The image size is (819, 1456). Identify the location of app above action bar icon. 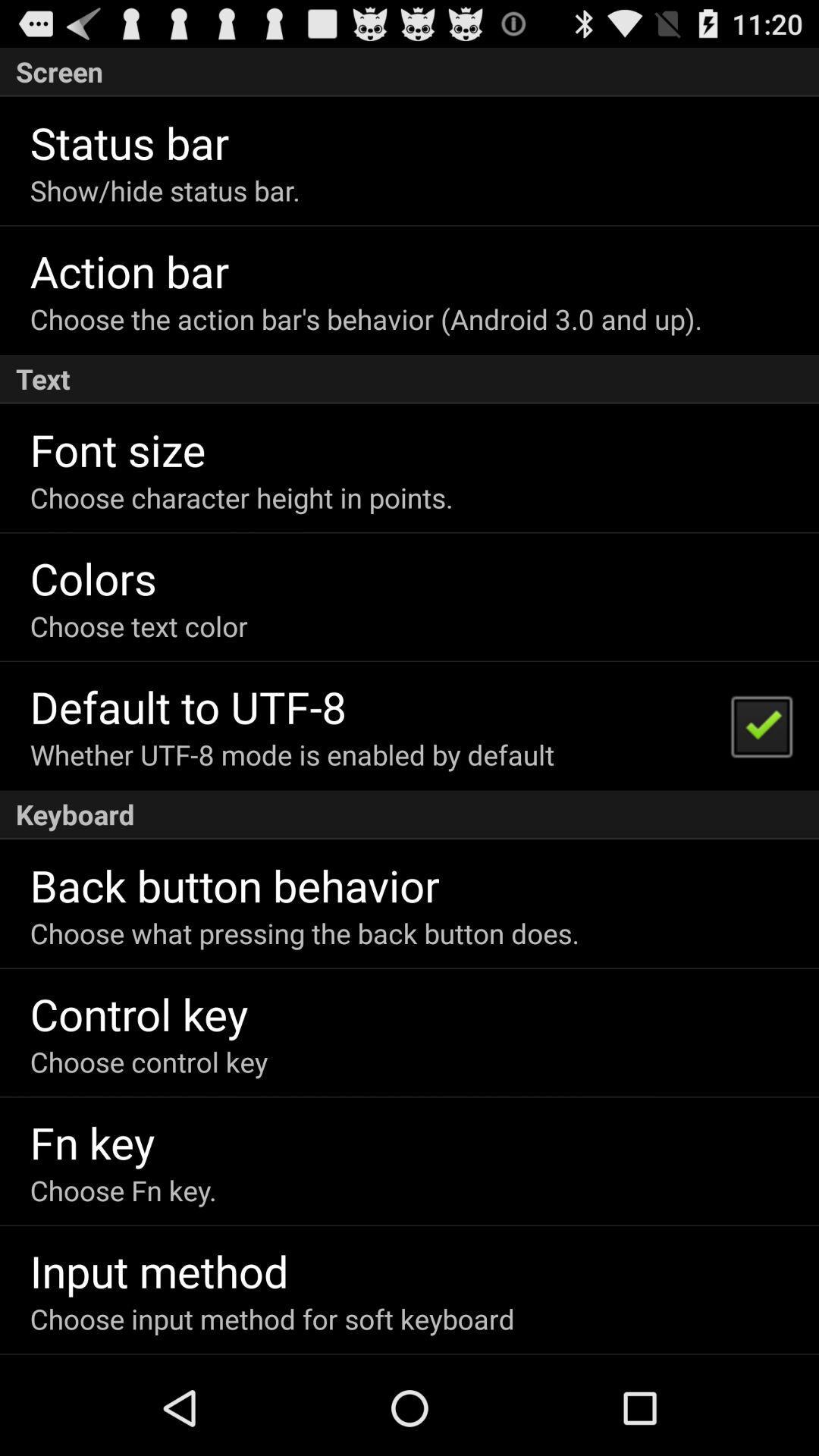
(165, 190).